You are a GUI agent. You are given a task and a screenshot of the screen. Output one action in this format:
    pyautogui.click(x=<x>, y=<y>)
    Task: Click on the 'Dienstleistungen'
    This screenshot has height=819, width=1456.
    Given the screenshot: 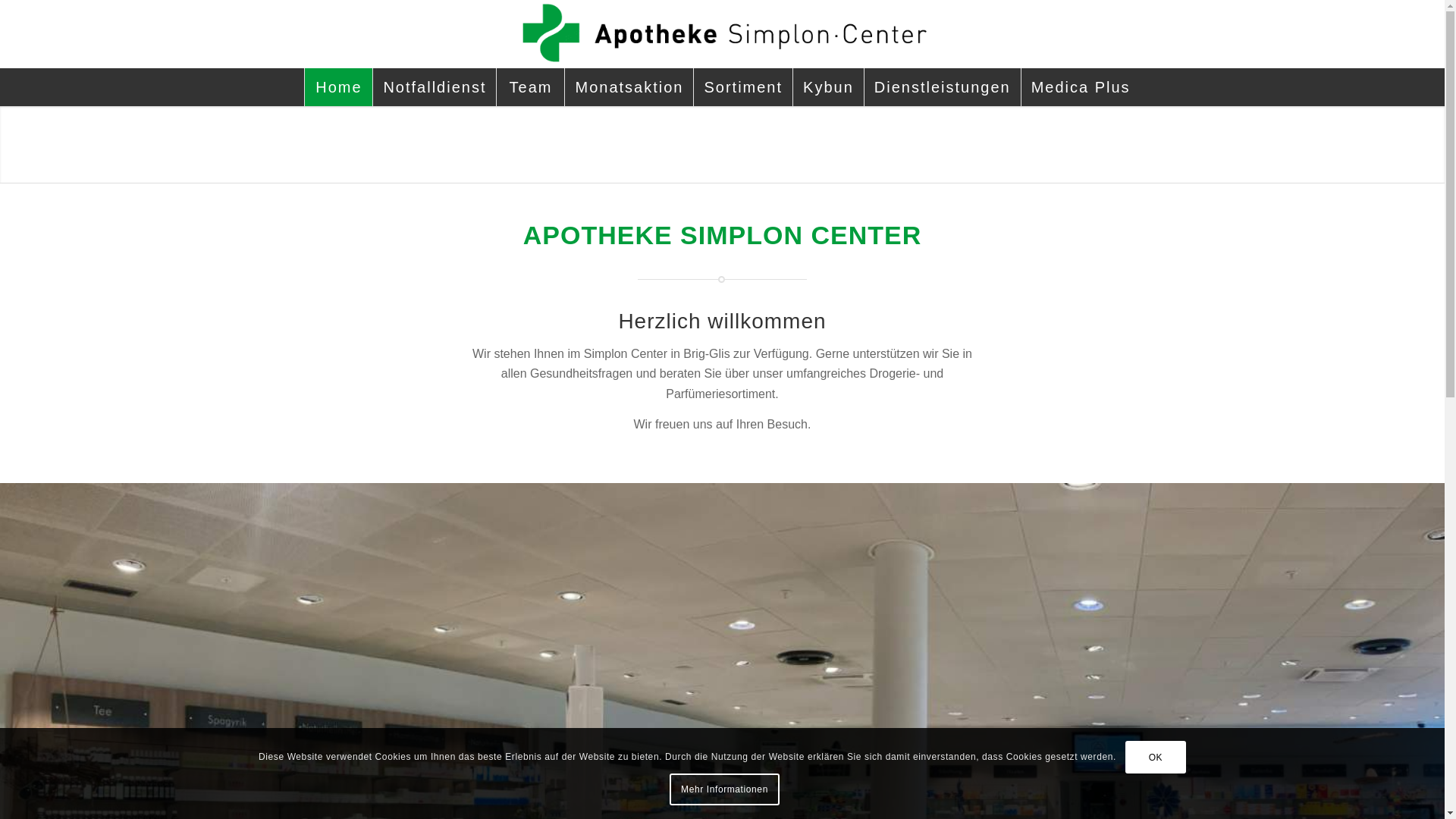 What is the action you would take?
    pyautogui.click(x=863, y=87)
    